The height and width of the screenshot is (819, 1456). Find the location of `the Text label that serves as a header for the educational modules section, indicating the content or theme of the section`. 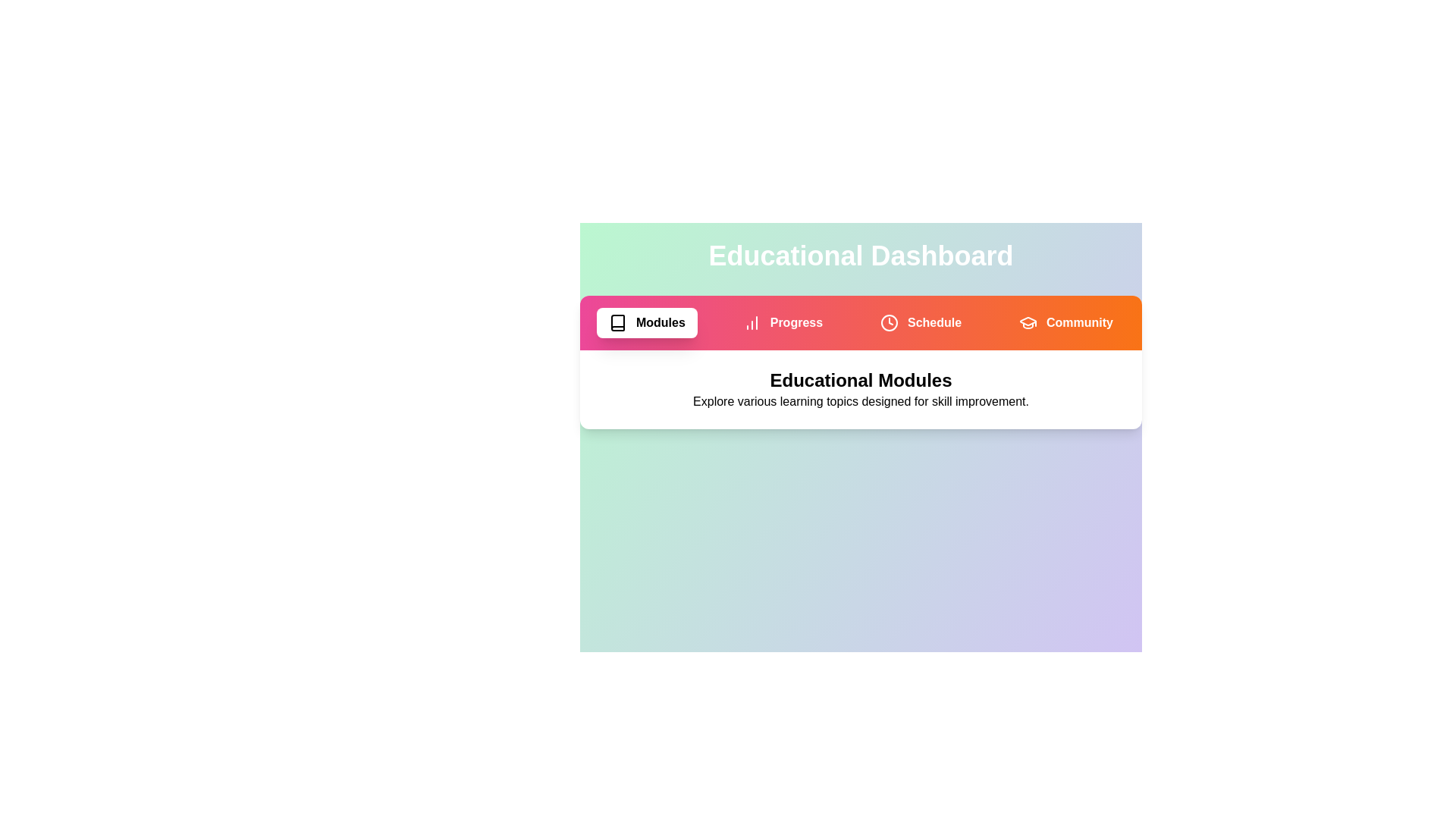

the Text label that serves as a header for the educational modules section, indicating the content or theme of the section is located at coordinates (861, 379).